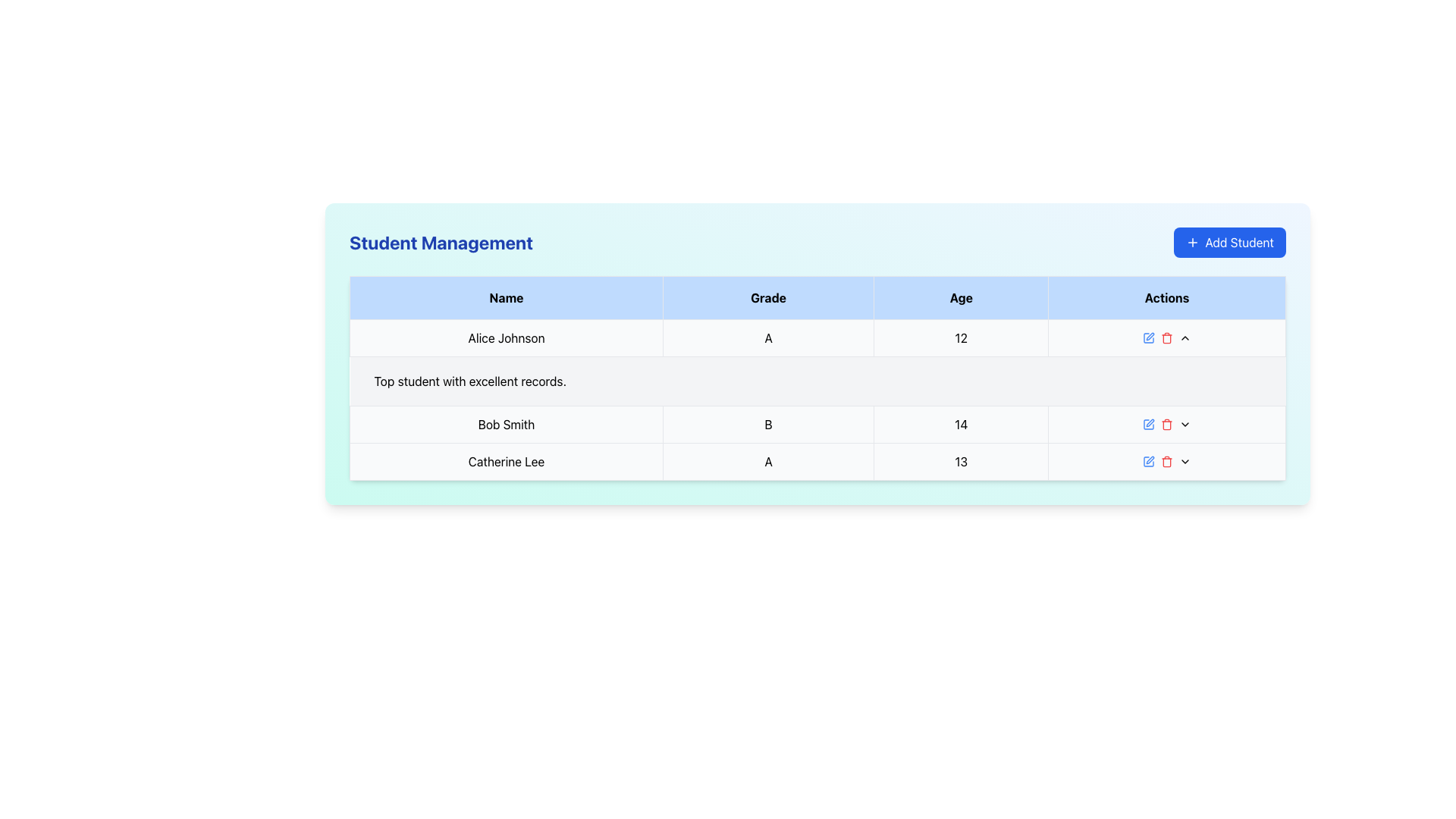  Describe the element at coordinates (1149, 424) in the screenshot. I see `the square base of the SVG icon in the 'Actions' column of the student management table` at that location.